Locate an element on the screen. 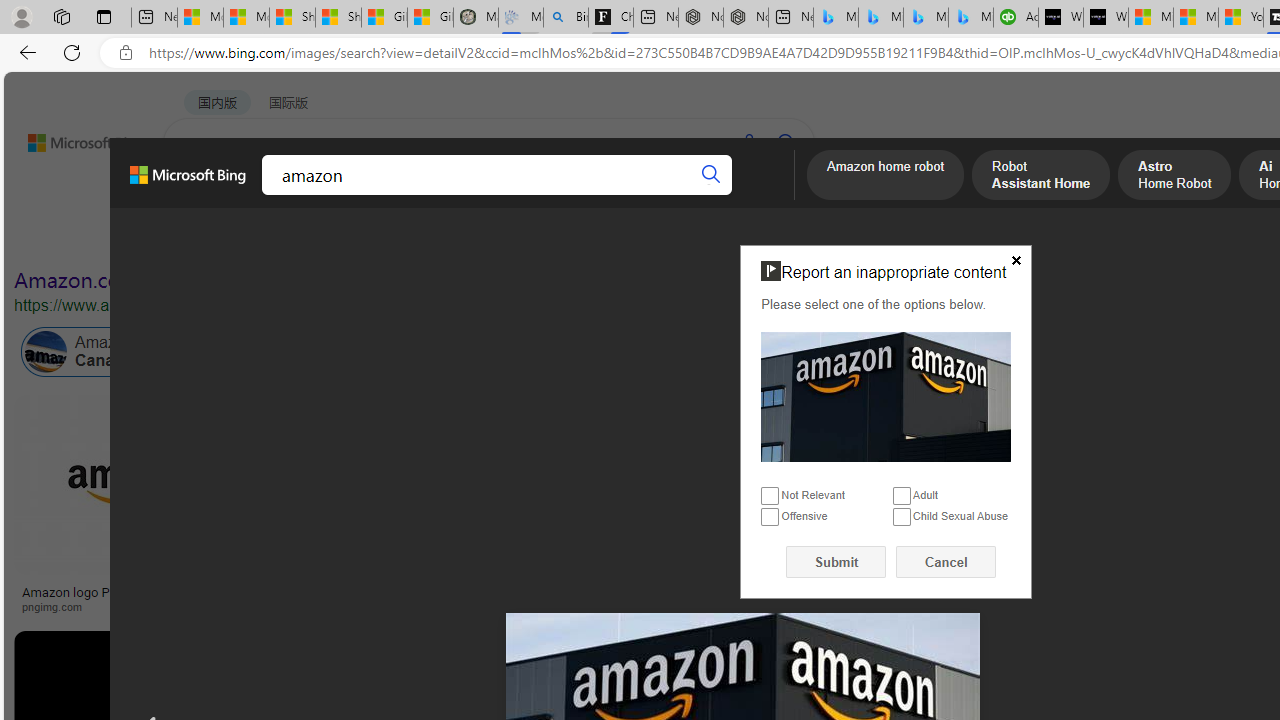 This screenshot has width=1280, height=720. 'Class: b_pri_nav_svg' is located at coordinates (337, 197).